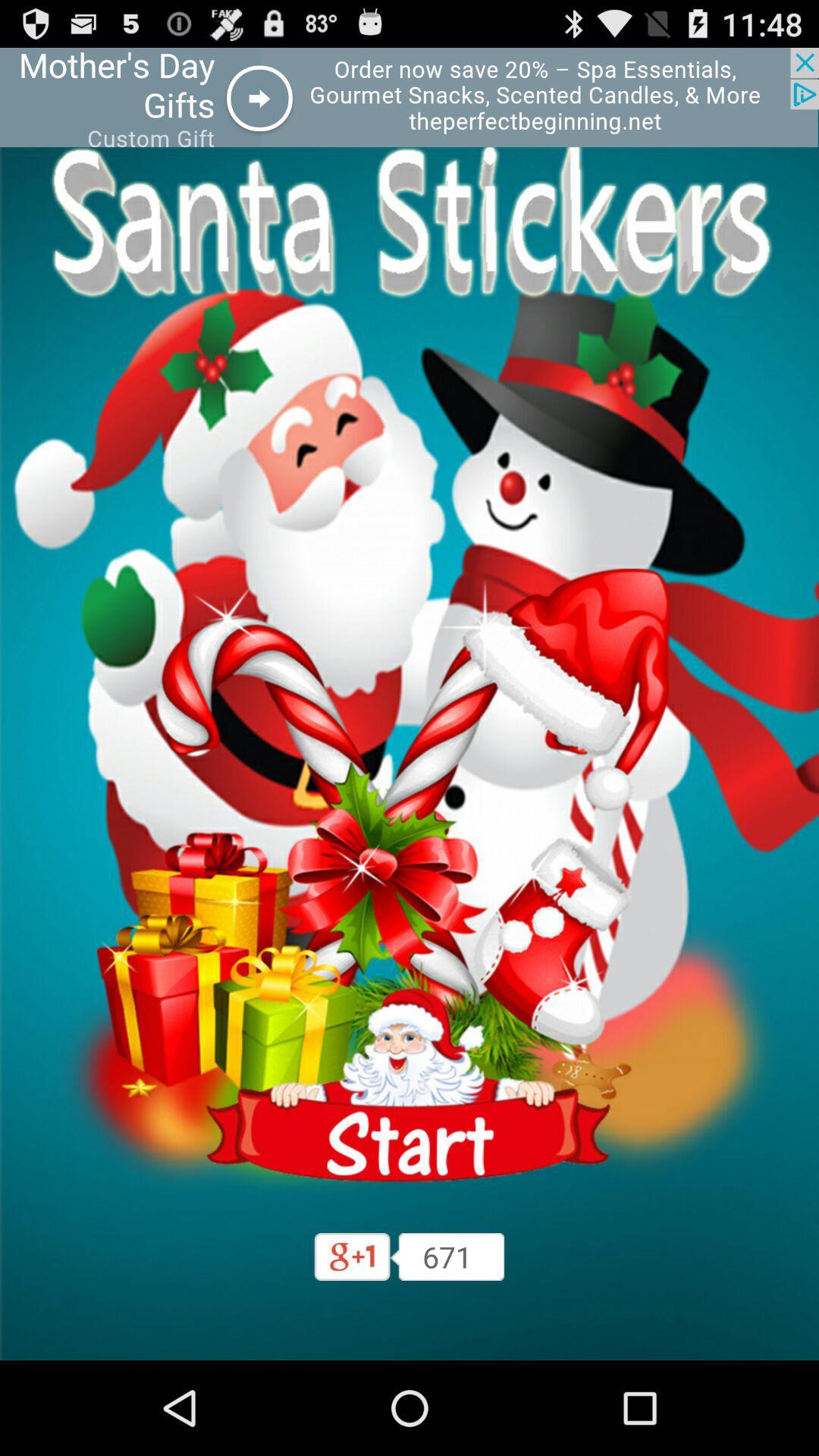 The image size is (819, 1456). What do you see at coordinates (409, 1084) in the screenshot?
I see `nadvantisment` at bounding box center [409, 1084].